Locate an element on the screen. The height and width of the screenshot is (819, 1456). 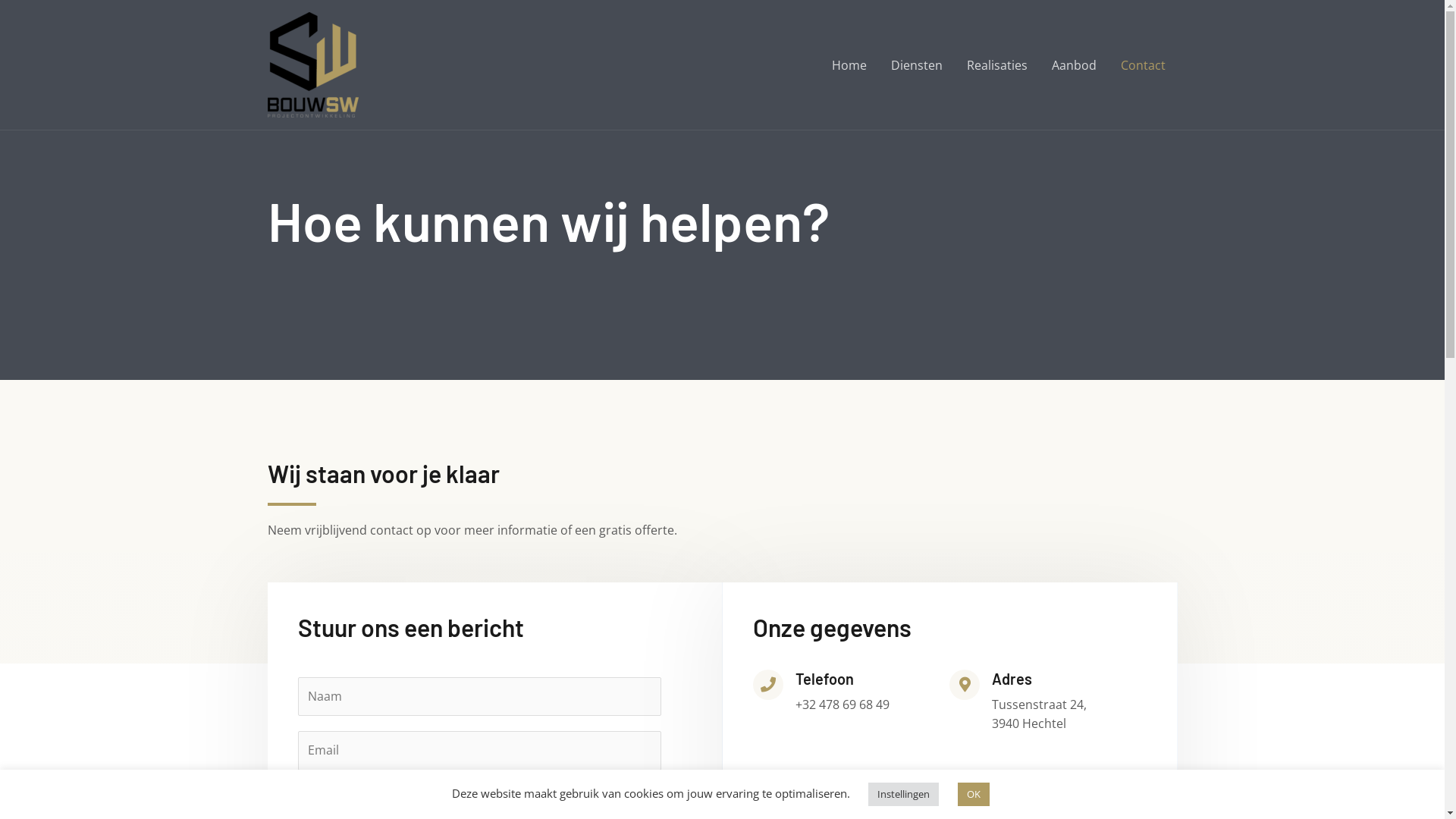
'Instellingen' is located at coordinates (902, 793).